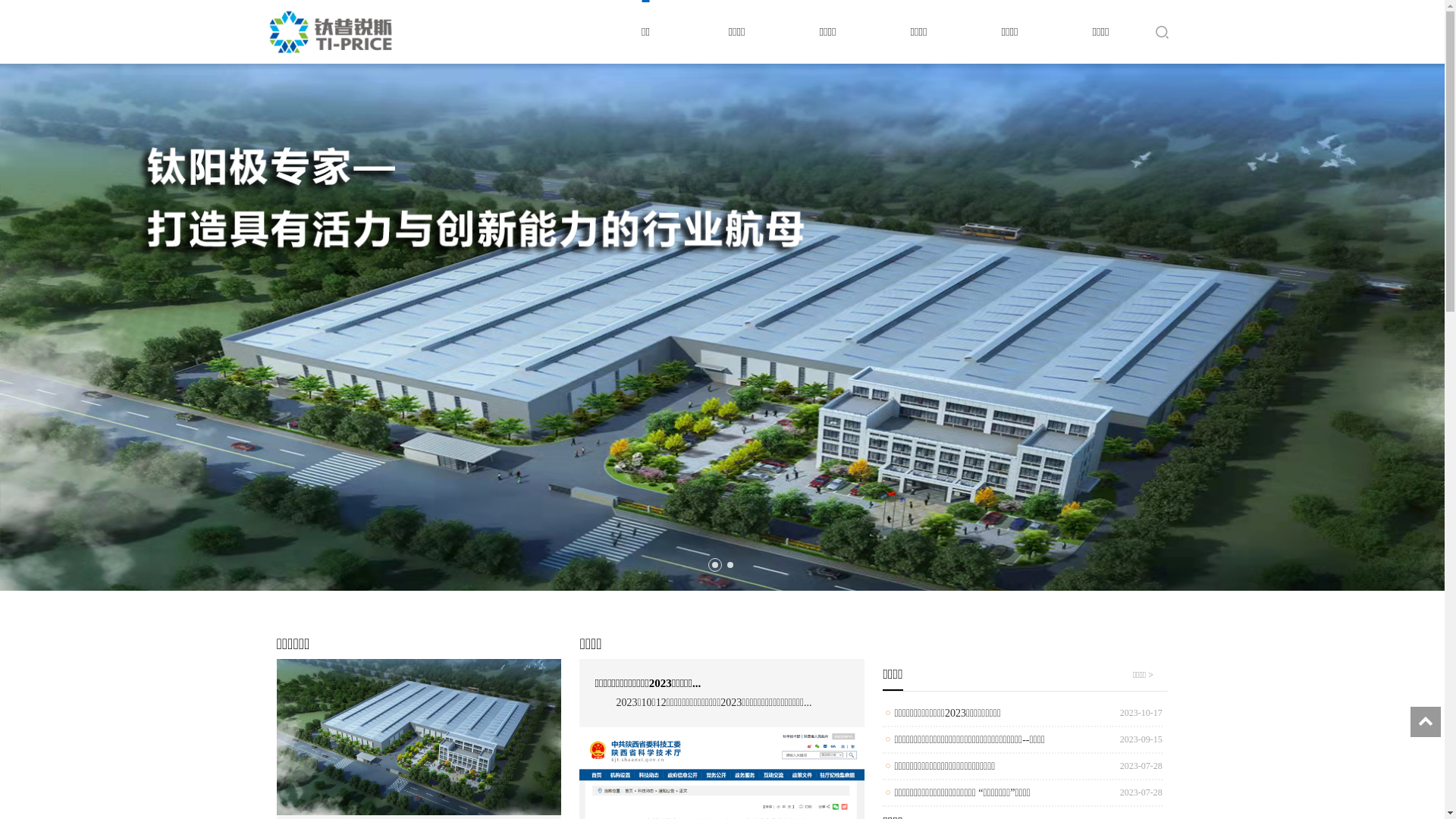  I want to click on '1', so click(713, 564).